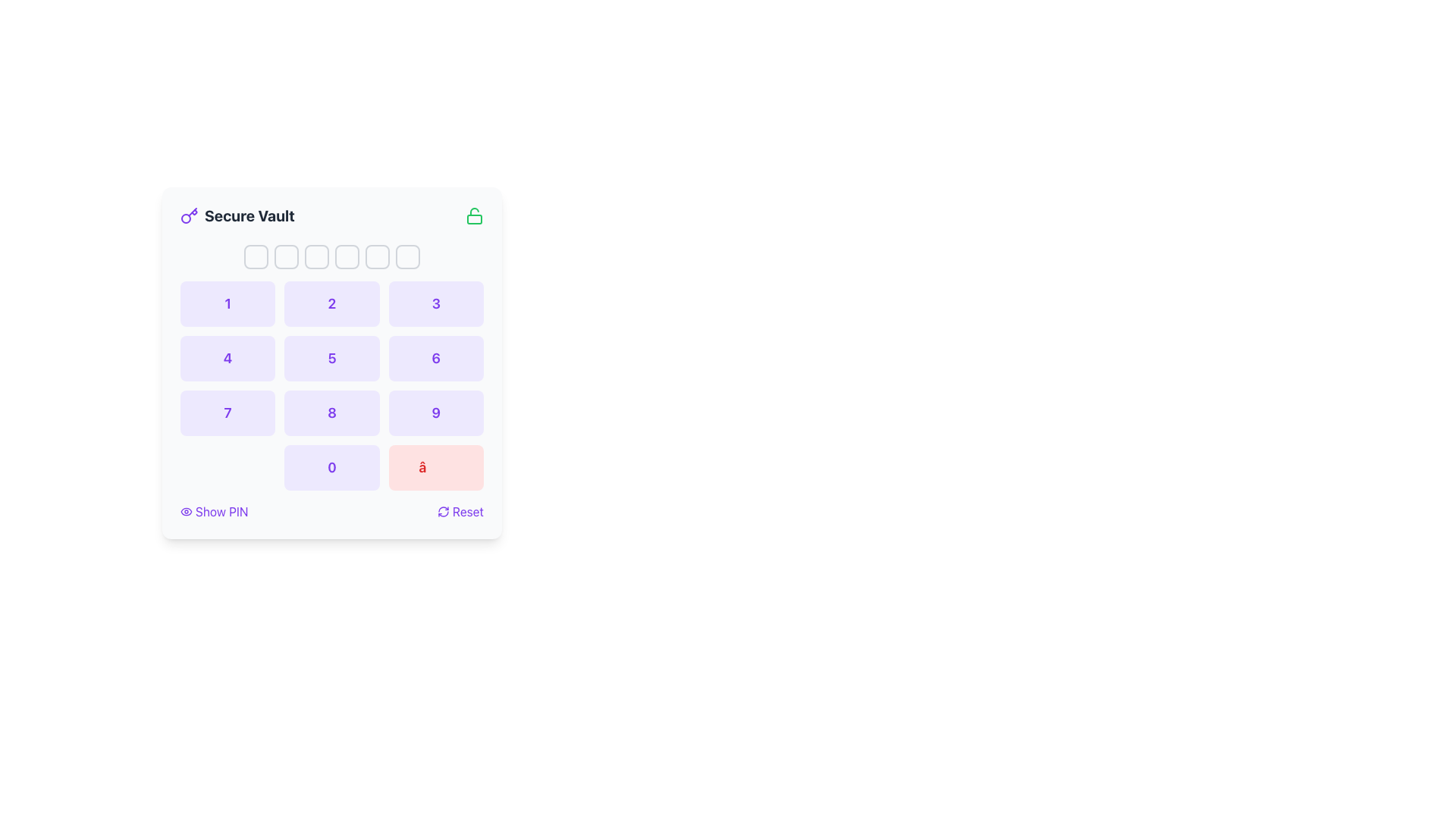  What do you see at coordinates (435, 413) in the screenshot?
I see `the button labeled '9', a rounded rectangle with a lavender background, to observe the hover effect with a darker lavender background` at bounding box center [435, 413].